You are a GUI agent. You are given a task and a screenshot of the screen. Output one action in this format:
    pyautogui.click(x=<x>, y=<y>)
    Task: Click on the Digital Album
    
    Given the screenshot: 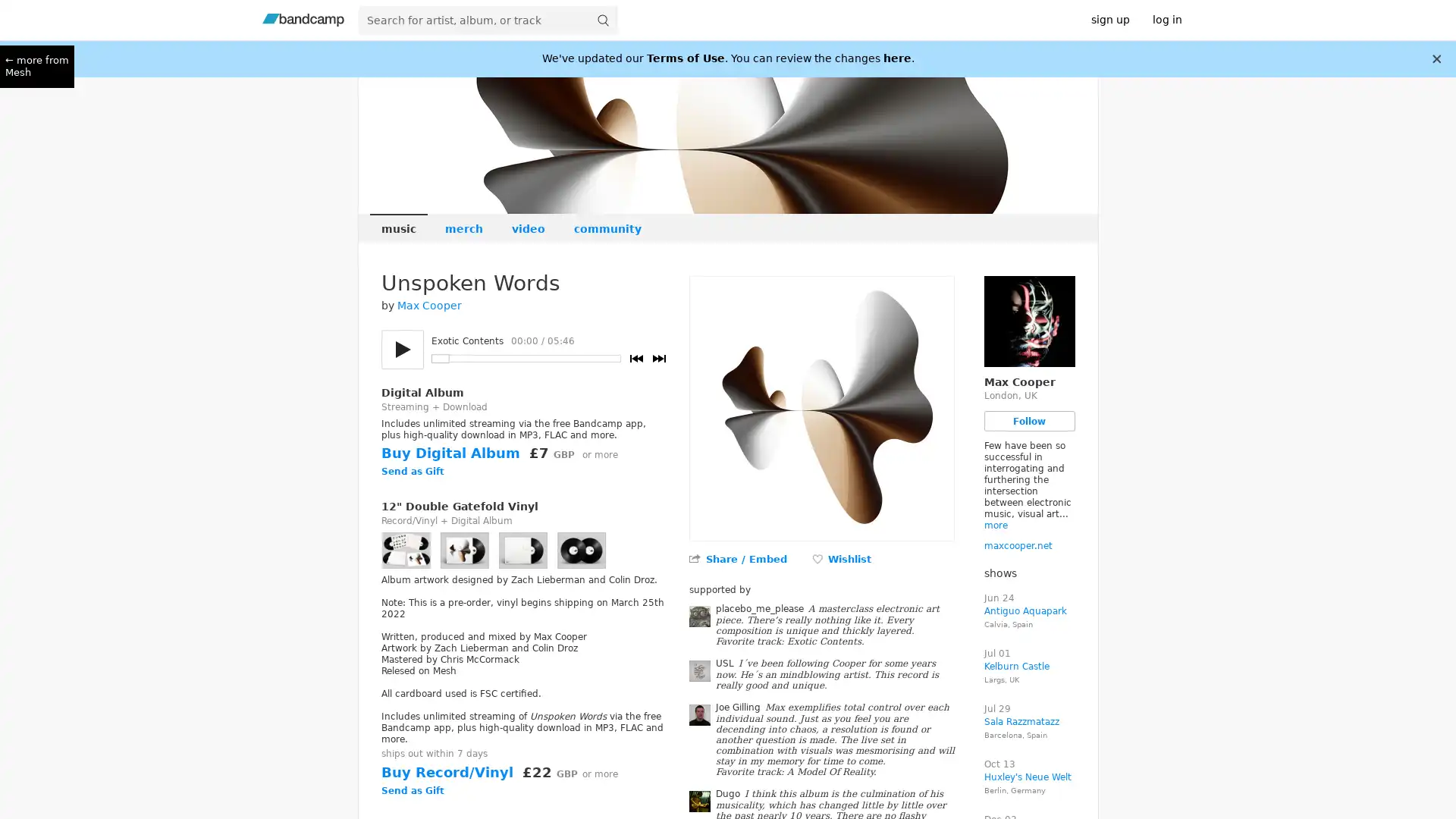 What is the action you would take?
    pyautogui.click(x=422, y=391)
    